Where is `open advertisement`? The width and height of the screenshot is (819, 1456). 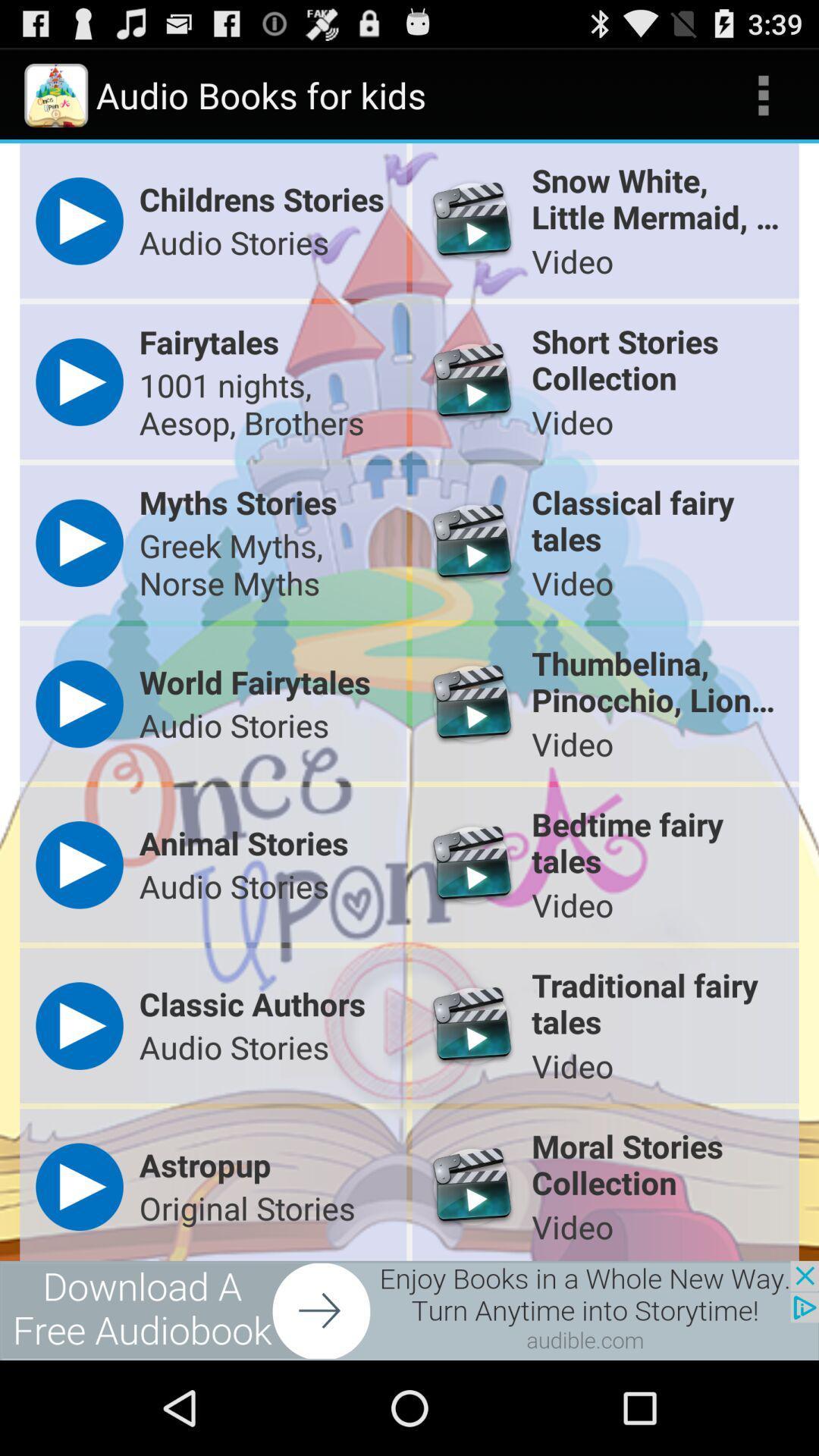
open advertisement is located at coordinates (409, 1310).